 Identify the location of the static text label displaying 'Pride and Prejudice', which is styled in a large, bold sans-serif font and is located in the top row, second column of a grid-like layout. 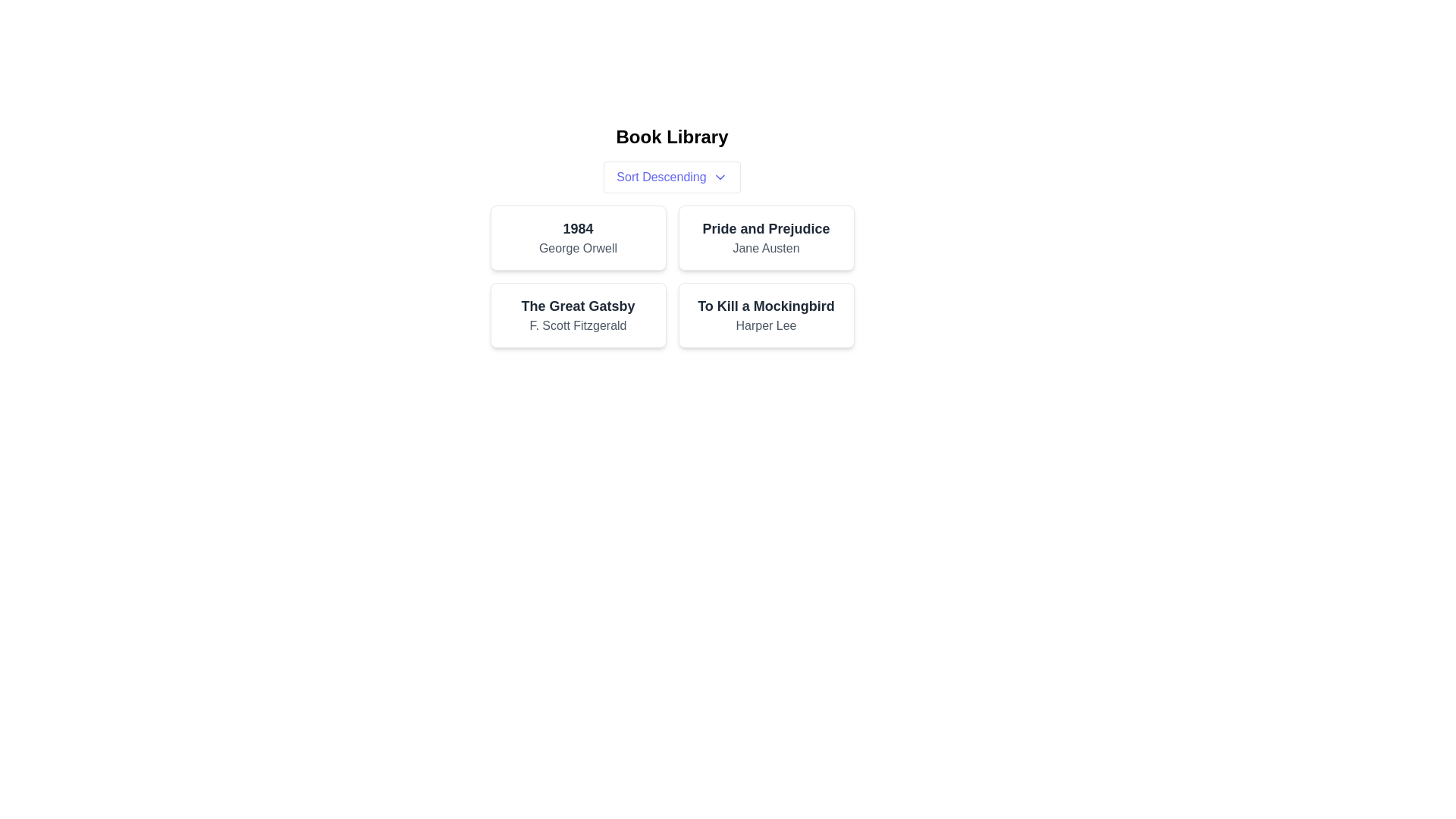
(766, 228).